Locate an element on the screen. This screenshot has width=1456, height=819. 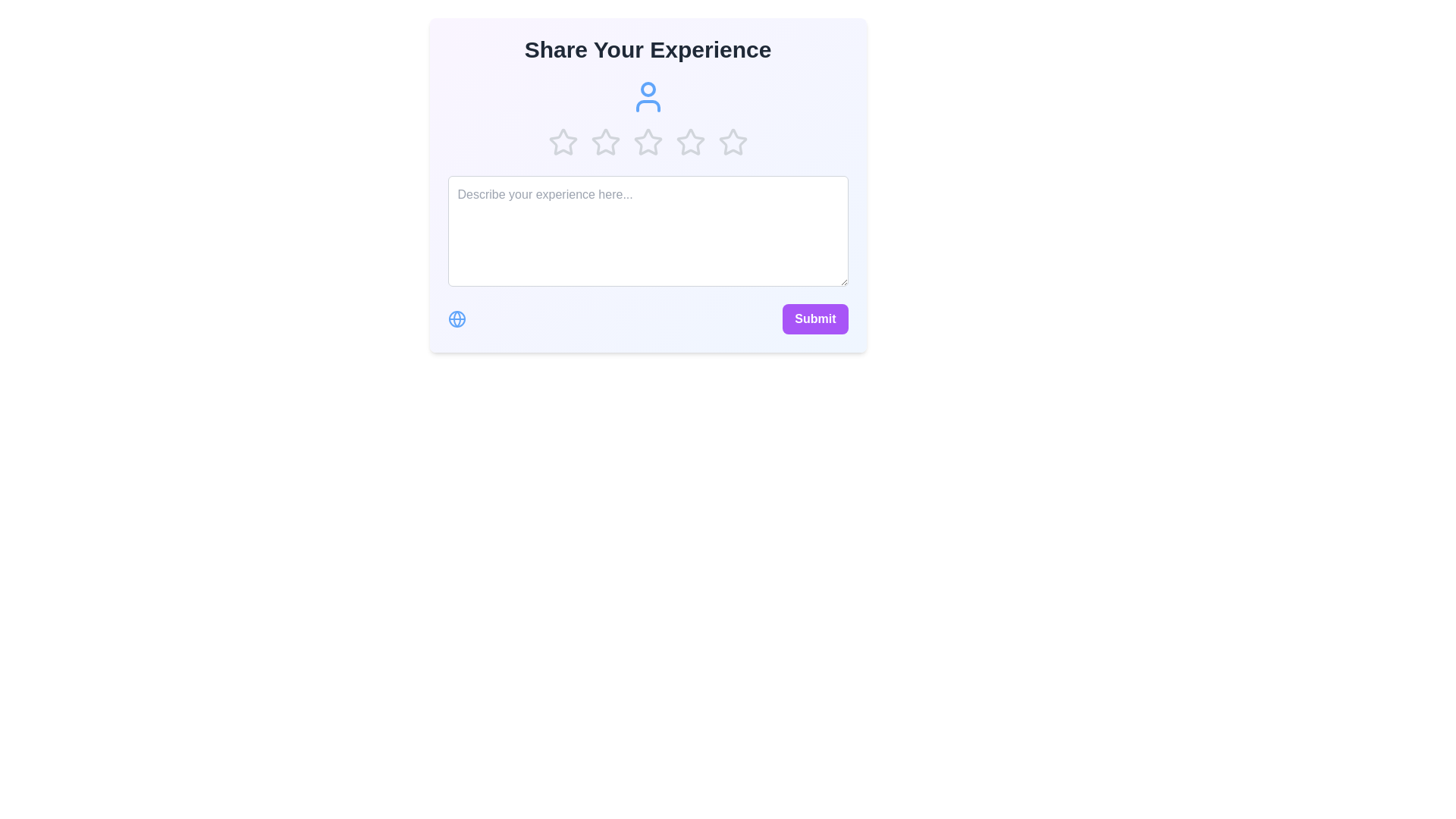
the fourth star in the rating row is located at coordinates (689, 142).